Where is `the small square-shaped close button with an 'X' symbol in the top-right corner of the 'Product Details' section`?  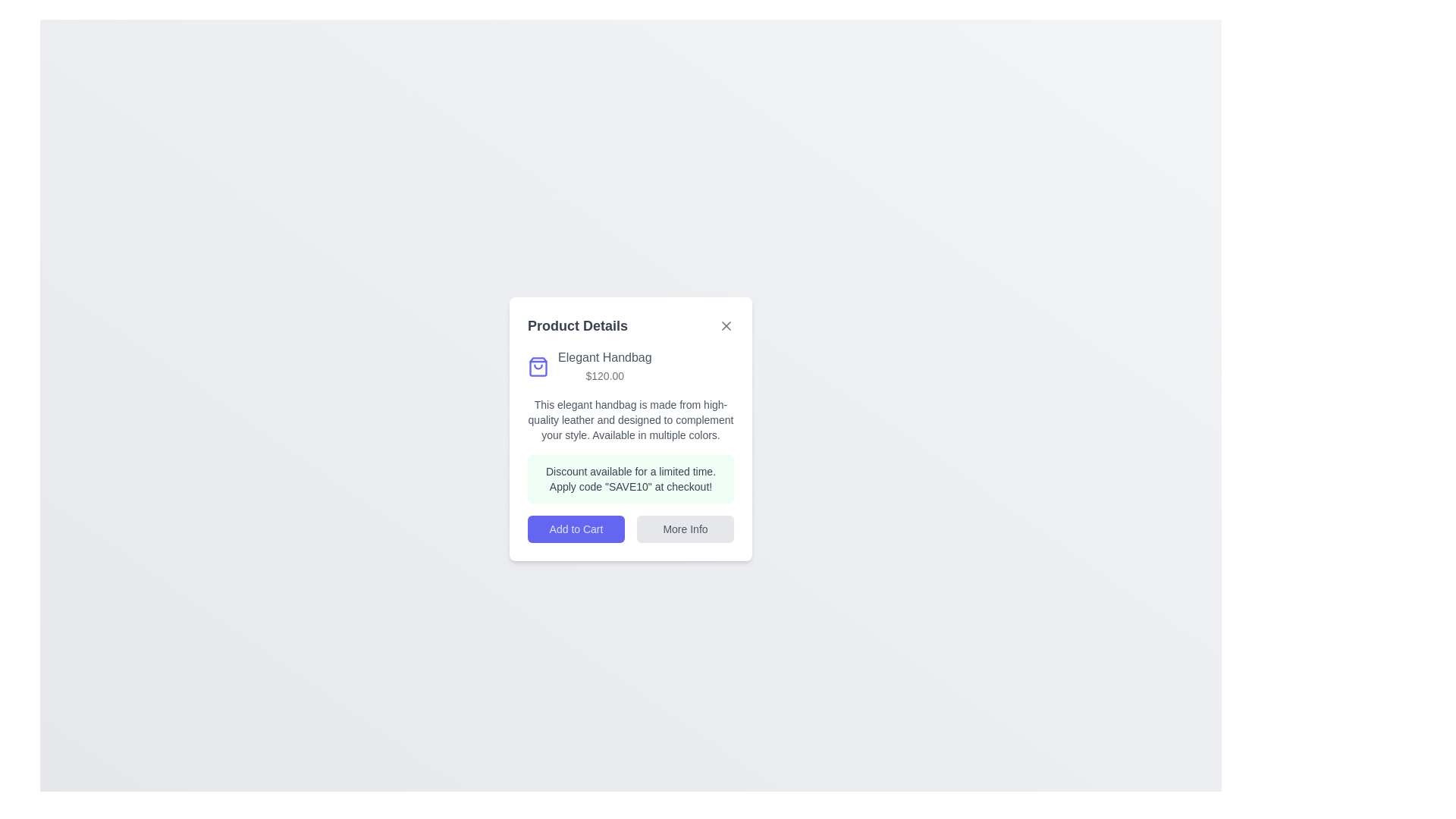
the small square-shaped close button with an 'X' symbol in the top-right corner of the 'Product Details' section is located at coordinates (726, 325).